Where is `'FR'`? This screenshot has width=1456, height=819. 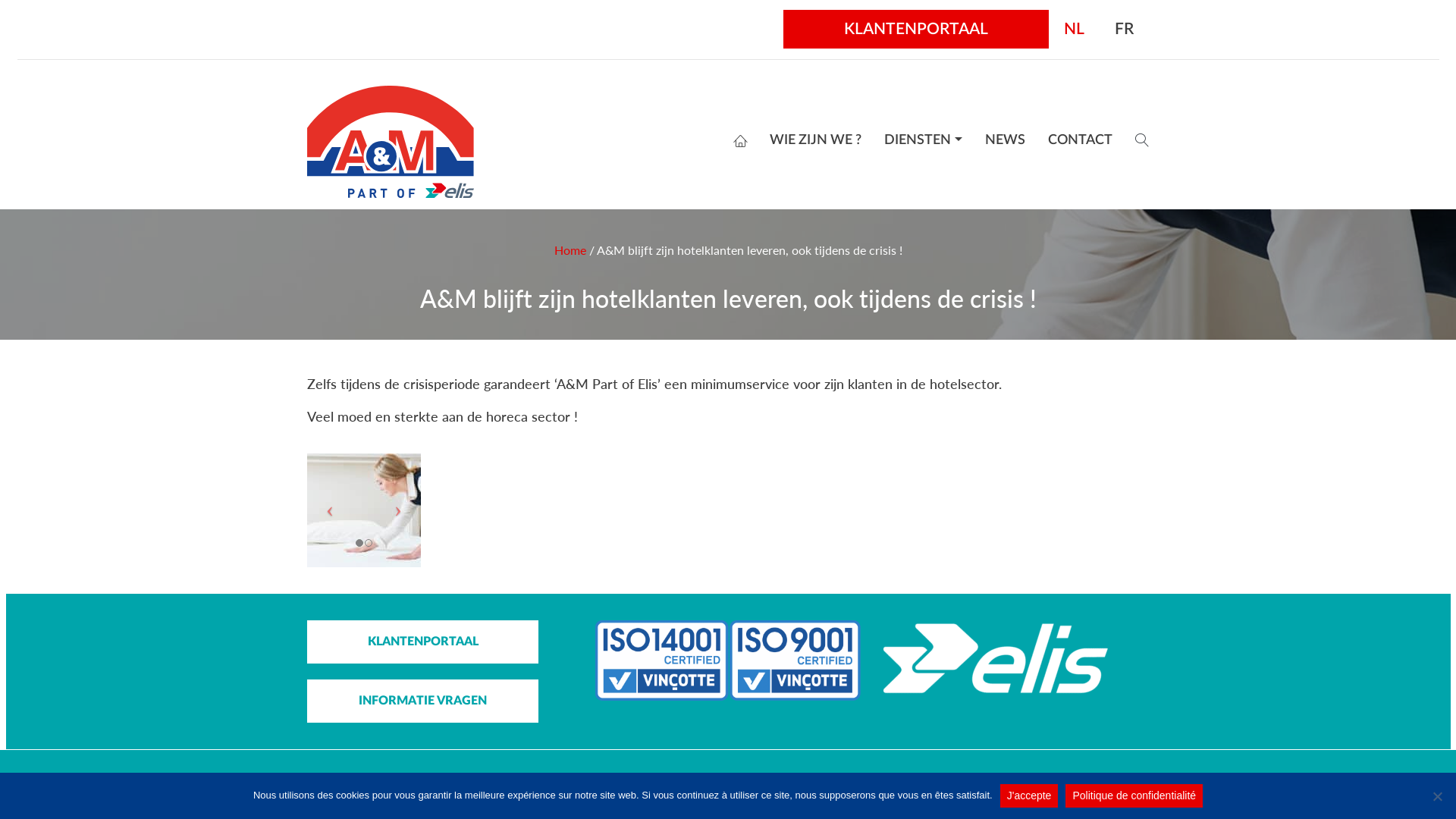
'FR' is located at coordinates (1124, 29).